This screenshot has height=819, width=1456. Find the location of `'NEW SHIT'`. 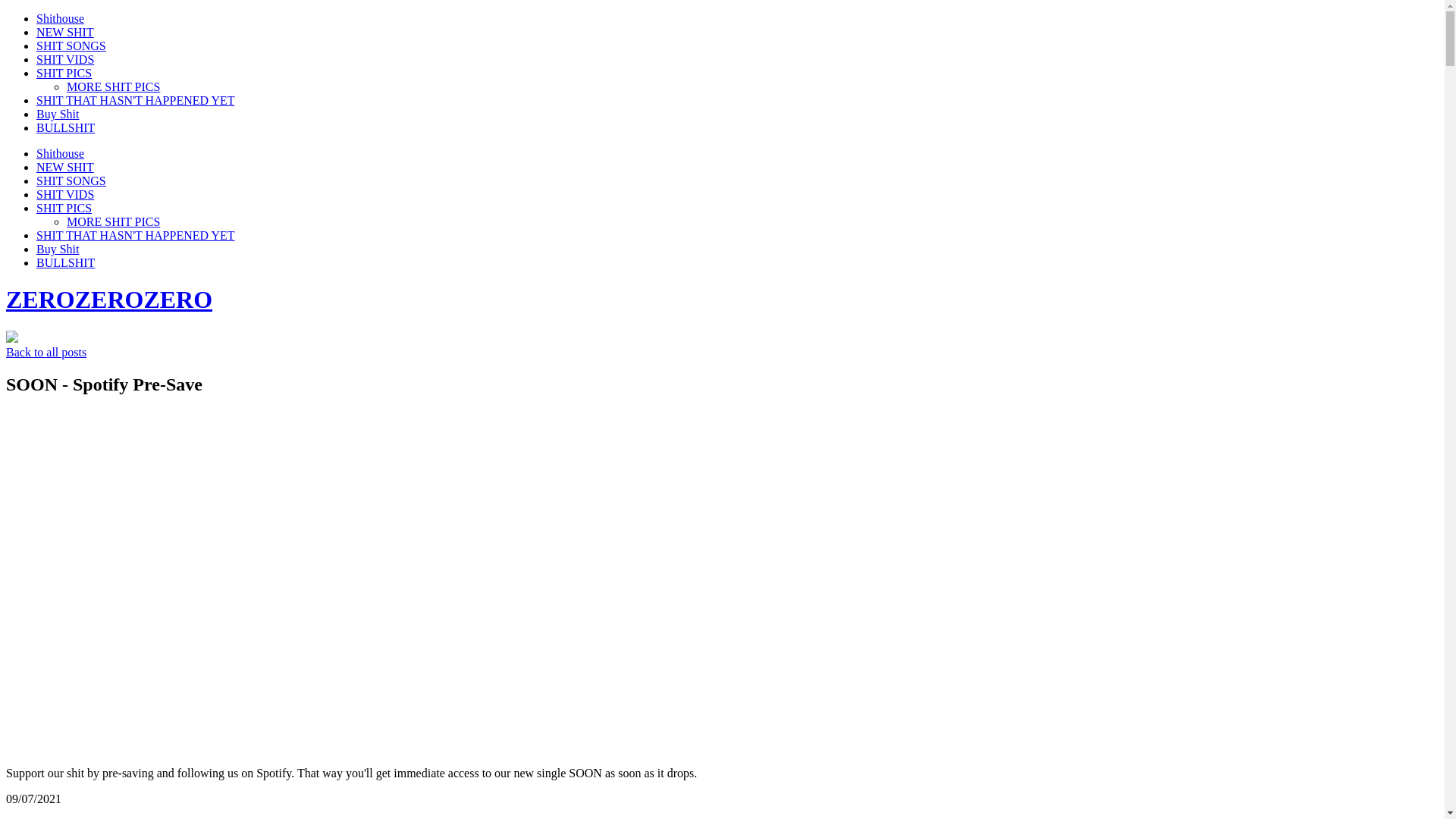

'NEW SHIT' is located at coordinates (64, 32).